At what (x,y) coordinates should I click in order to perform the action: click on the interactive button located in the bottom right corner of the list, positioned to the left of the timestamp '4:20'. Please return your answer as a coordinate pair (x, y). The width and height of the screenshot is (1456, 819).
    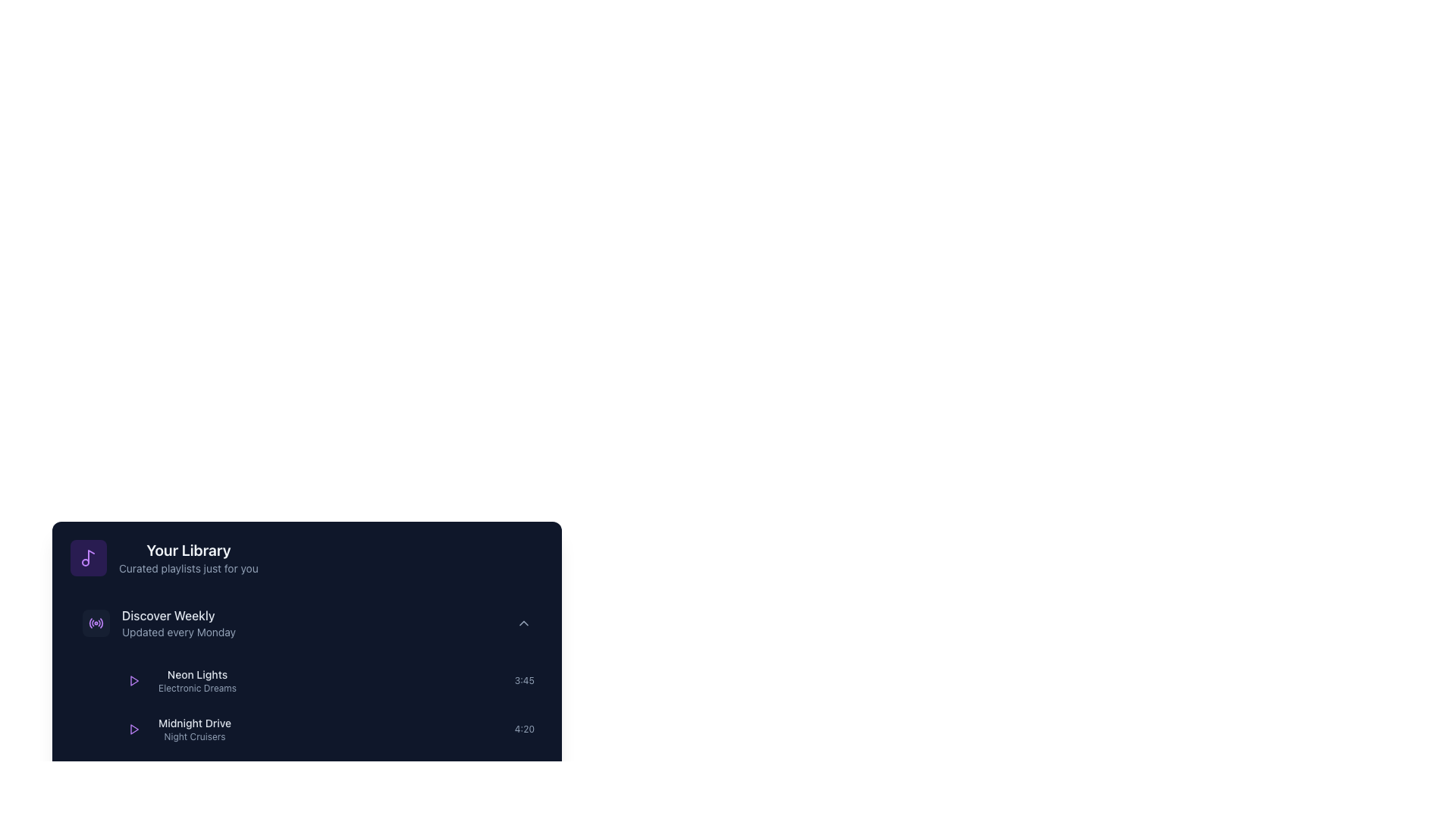
    Looking at the image, I should click on (496, 728).